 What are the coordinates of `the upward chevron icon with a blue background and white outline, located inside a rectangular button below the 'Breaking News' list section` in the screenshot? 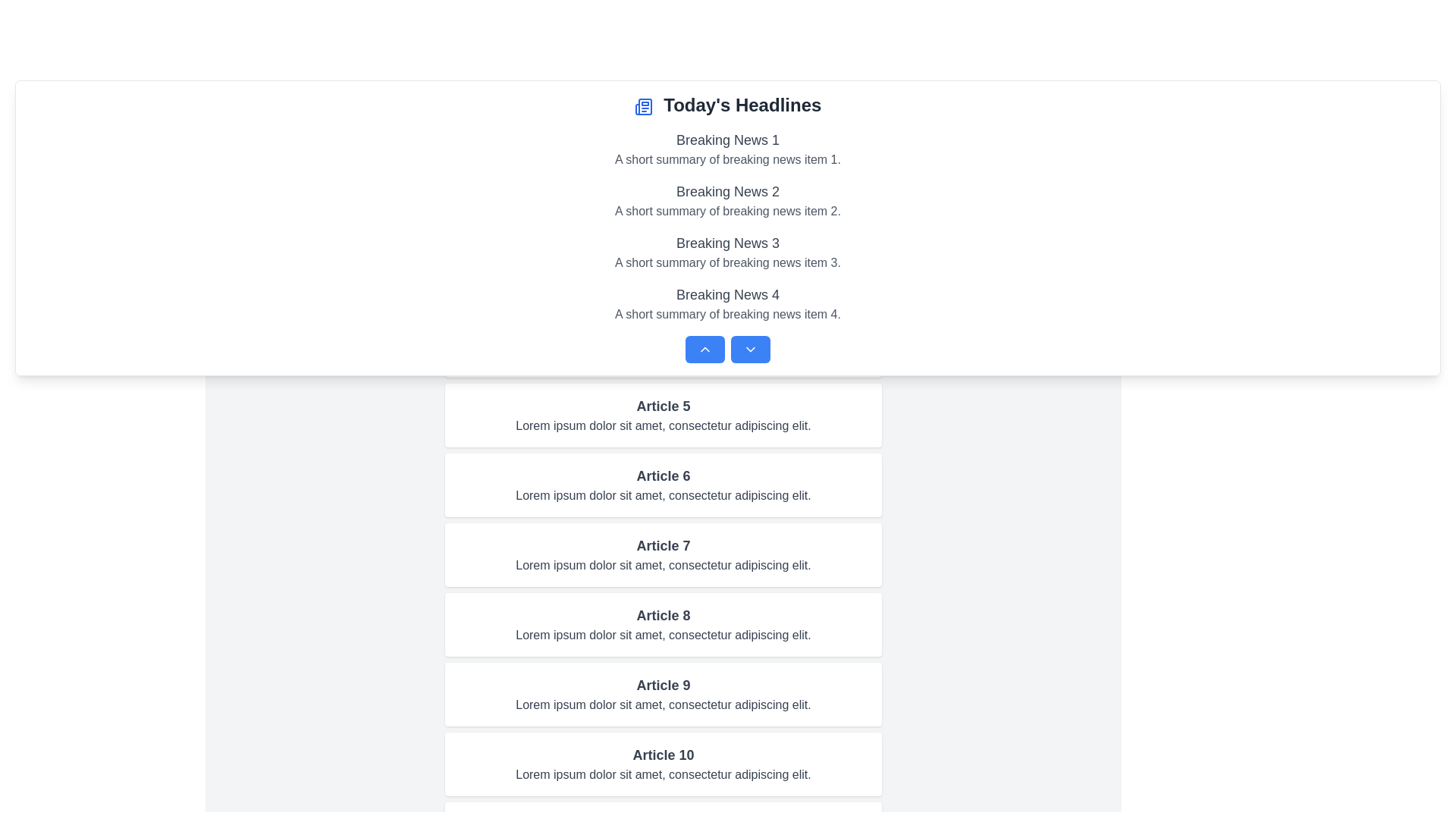 It's located at (704, 350).